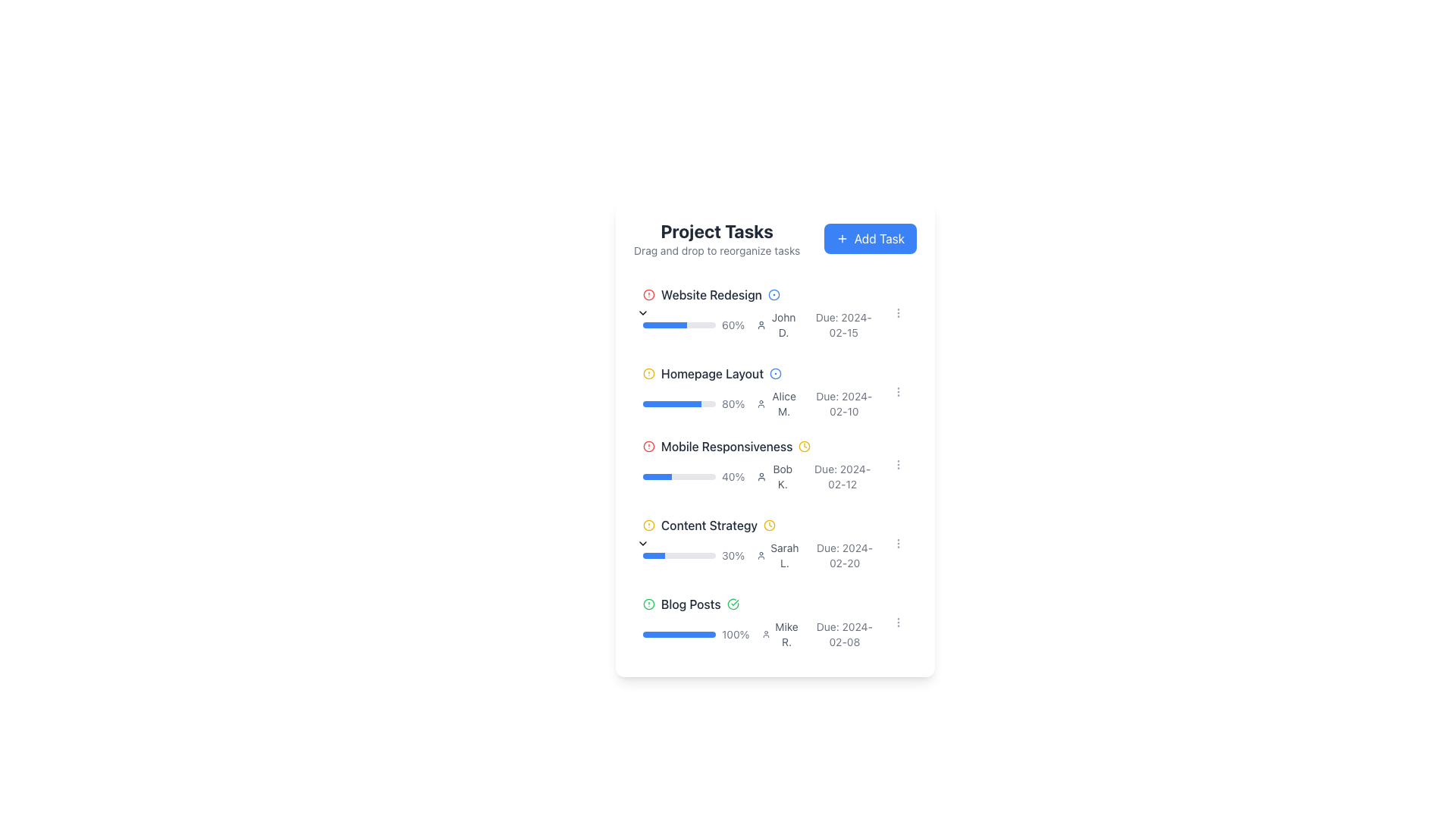  I want to click on the downward-pointing chevron icon located adjacent to the left margin of the task details for 'Website Redesign', so click(643, 312).